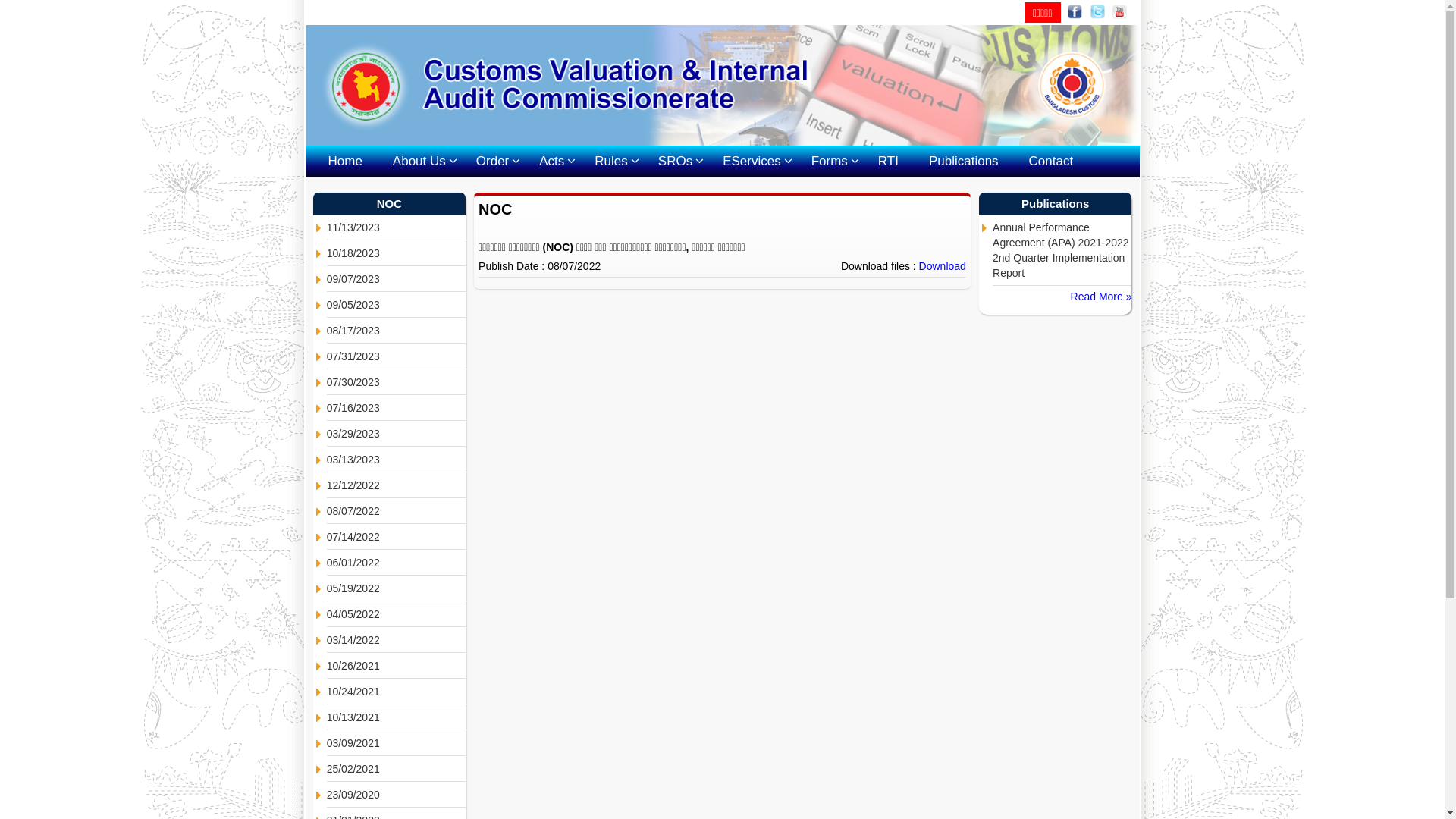 The image size is (1456, 819). What do you see at coordinates (396, 640) in the screenshot?
I see `'03/14/2022'` at bounding box center [396, 640].